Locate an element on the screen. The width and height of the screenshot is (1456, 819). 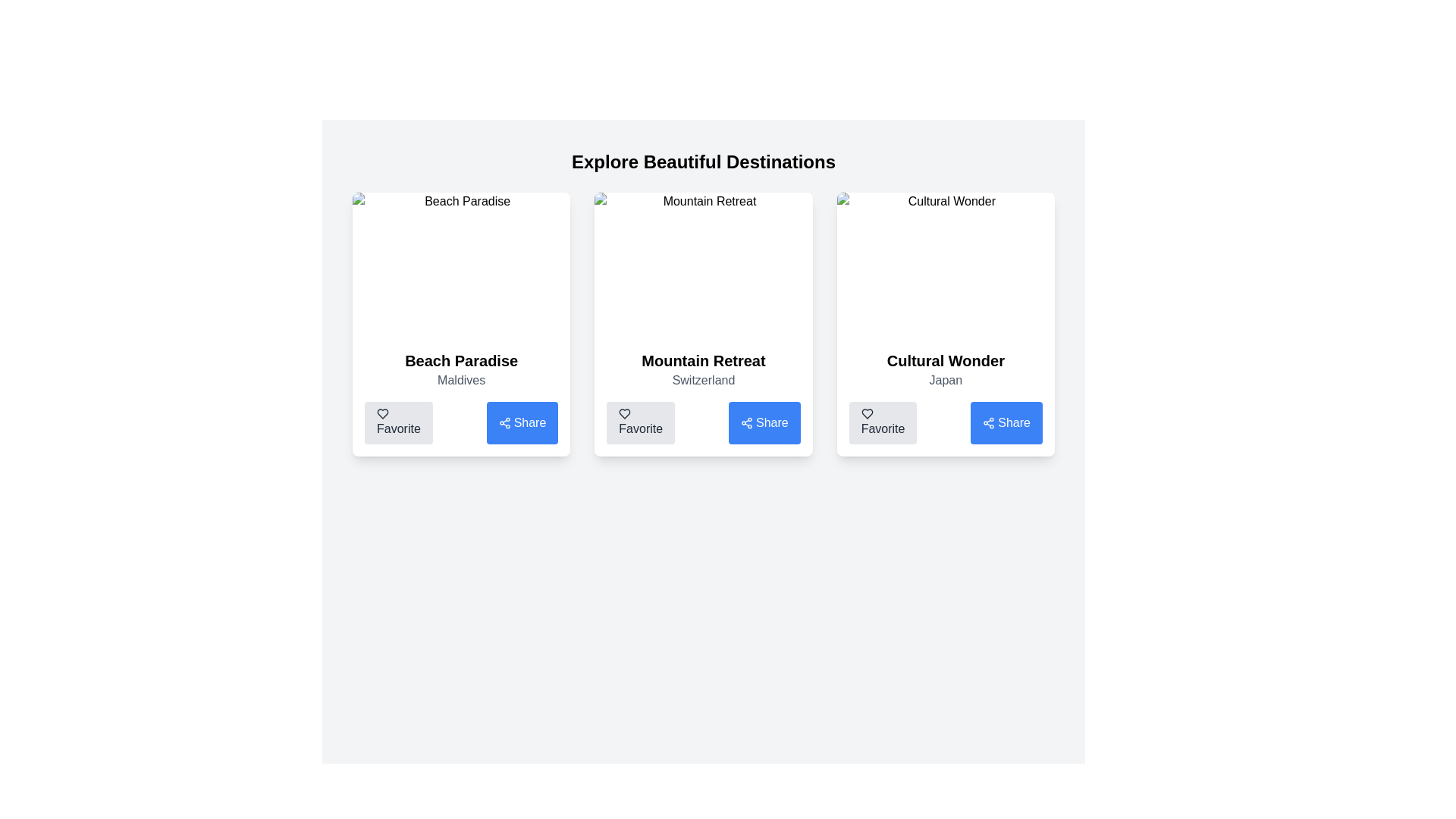
the image at the top of the 'Mountain Retreat' card is located at coordinates (702, 265).